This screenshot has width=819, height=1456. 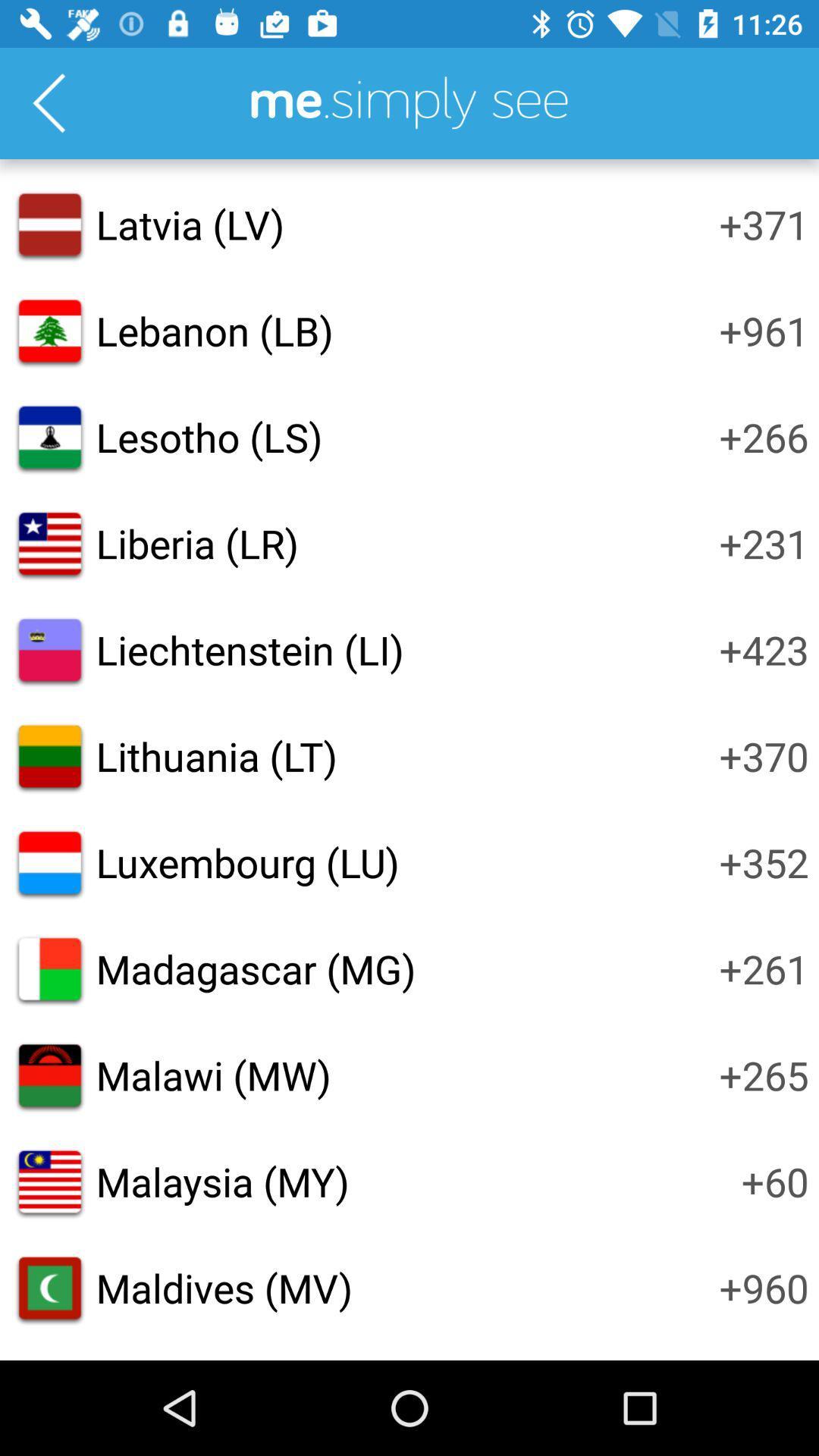 I want to click on the icon below the +352, so click(x=764, y=968).